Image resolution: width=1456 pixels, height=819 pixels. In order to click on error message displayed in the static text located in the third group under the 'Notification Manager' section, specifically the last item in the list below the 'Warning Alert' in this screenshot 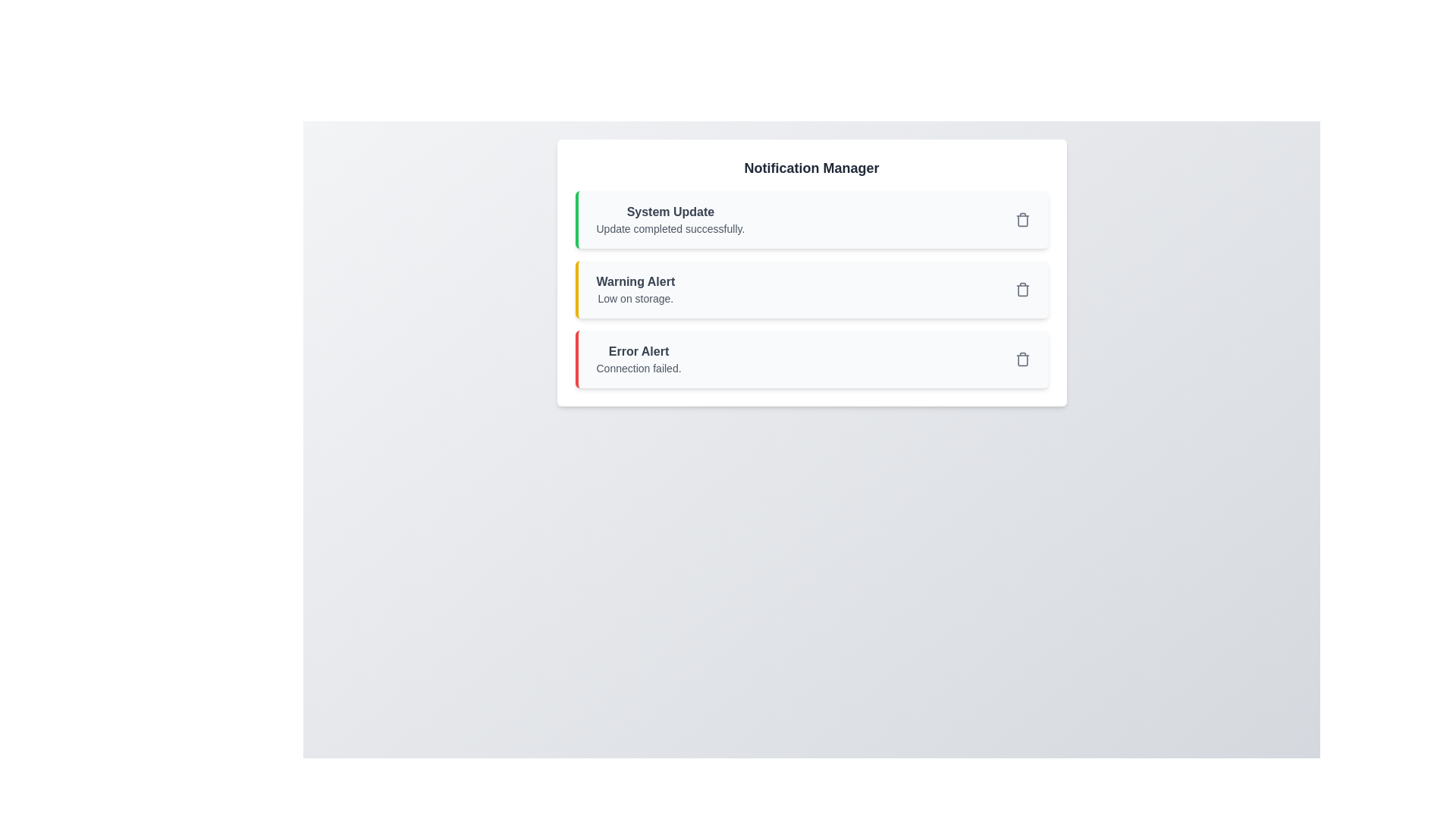, I will do `click(639, 359)`.